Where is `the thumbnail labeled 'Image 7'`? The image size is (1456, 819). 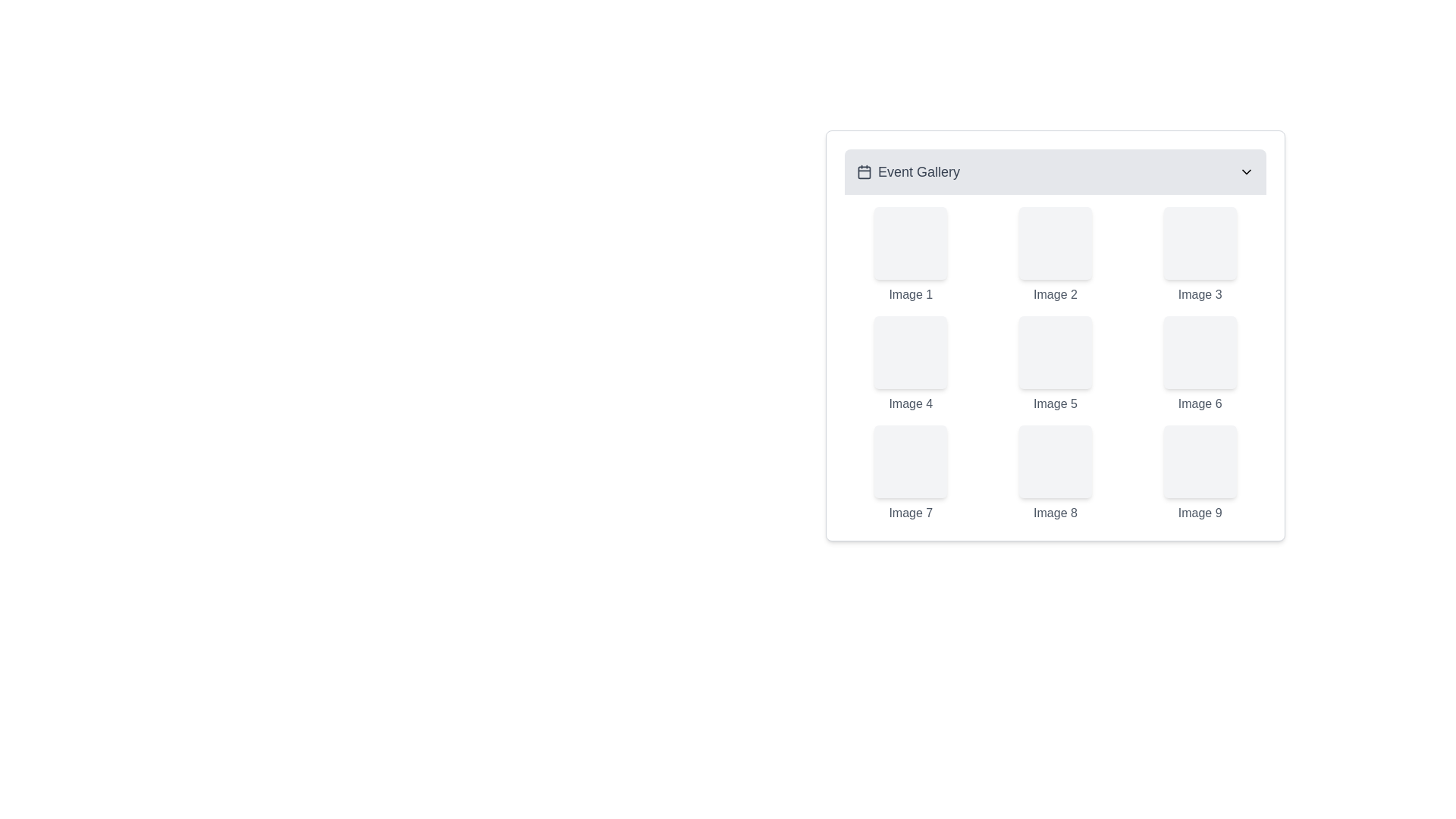
the thumbnail labeled 'Image 7' is located at coordinates (910, 472).